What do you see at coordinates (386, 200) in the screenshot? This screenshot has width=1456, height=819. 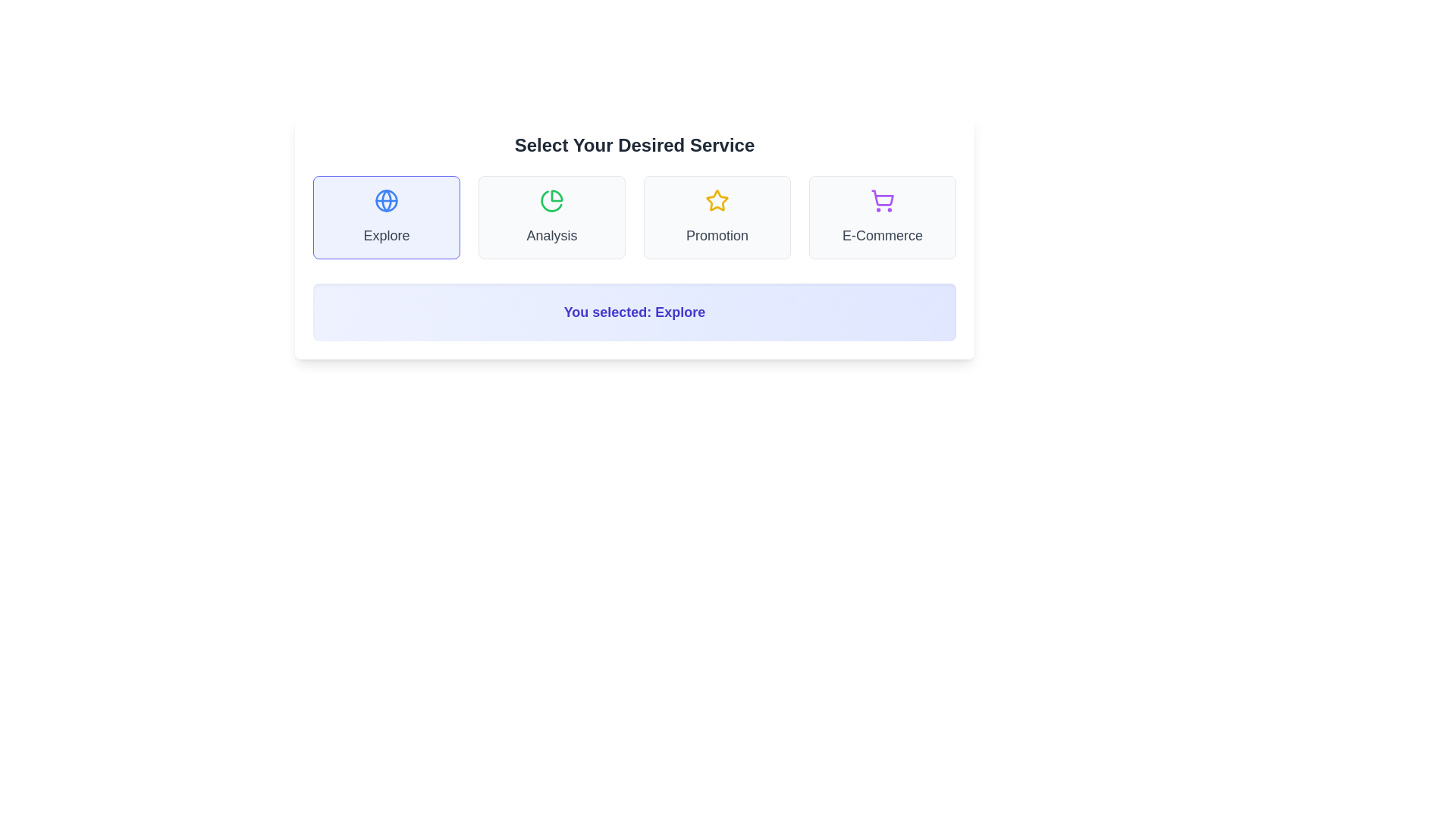 I see `the circular decorative graphical component with a blue outline, which is part of the globe icon within the 'Explore' option in the service selection interface` at bounding box center [386, 200].